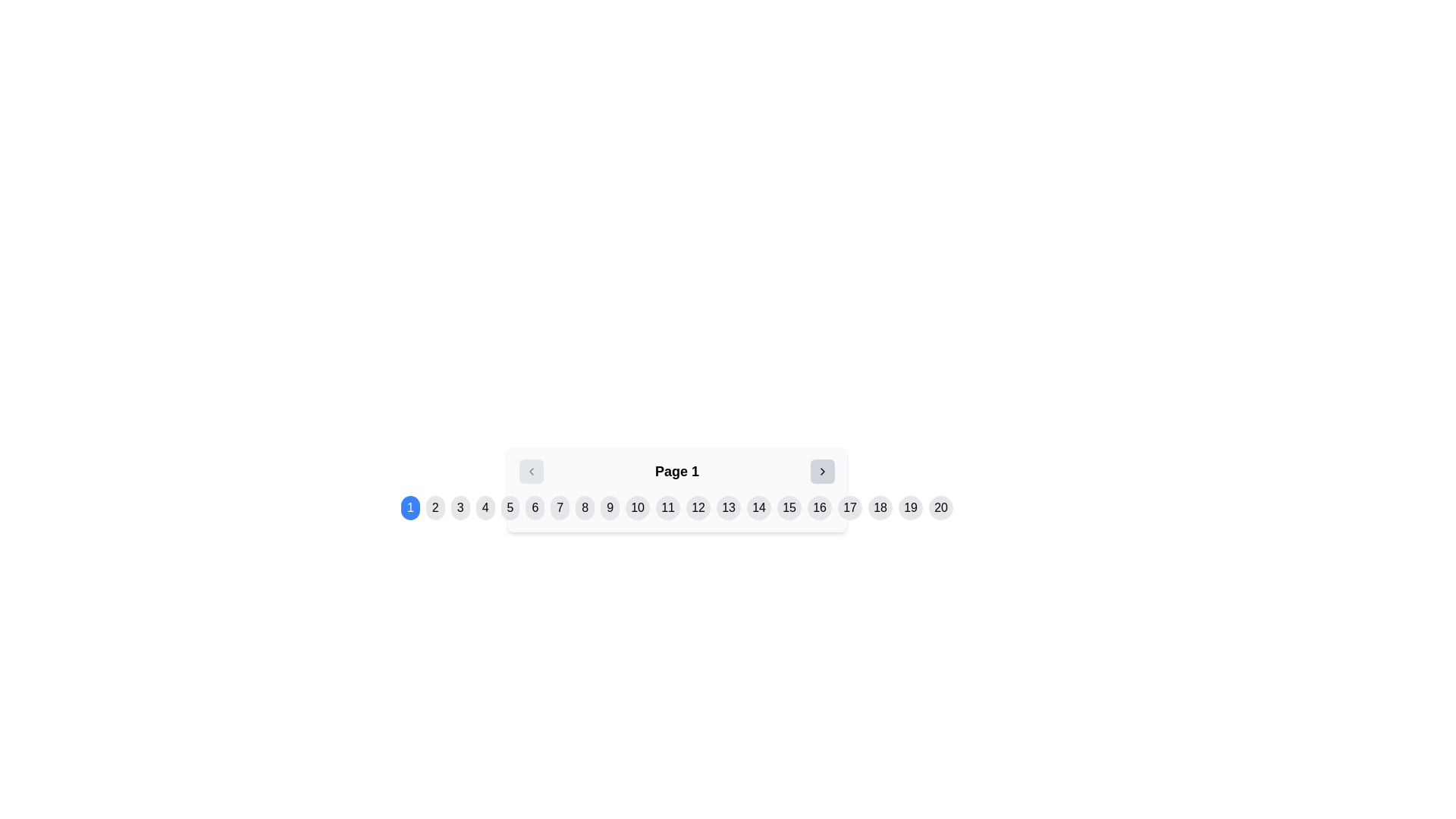 Image resolution: width=1456 pixels, height=819 pixels. I want to click on the circular button displaying the number '4' in the pagination row, which is located below the main content area, so click(485, 508).